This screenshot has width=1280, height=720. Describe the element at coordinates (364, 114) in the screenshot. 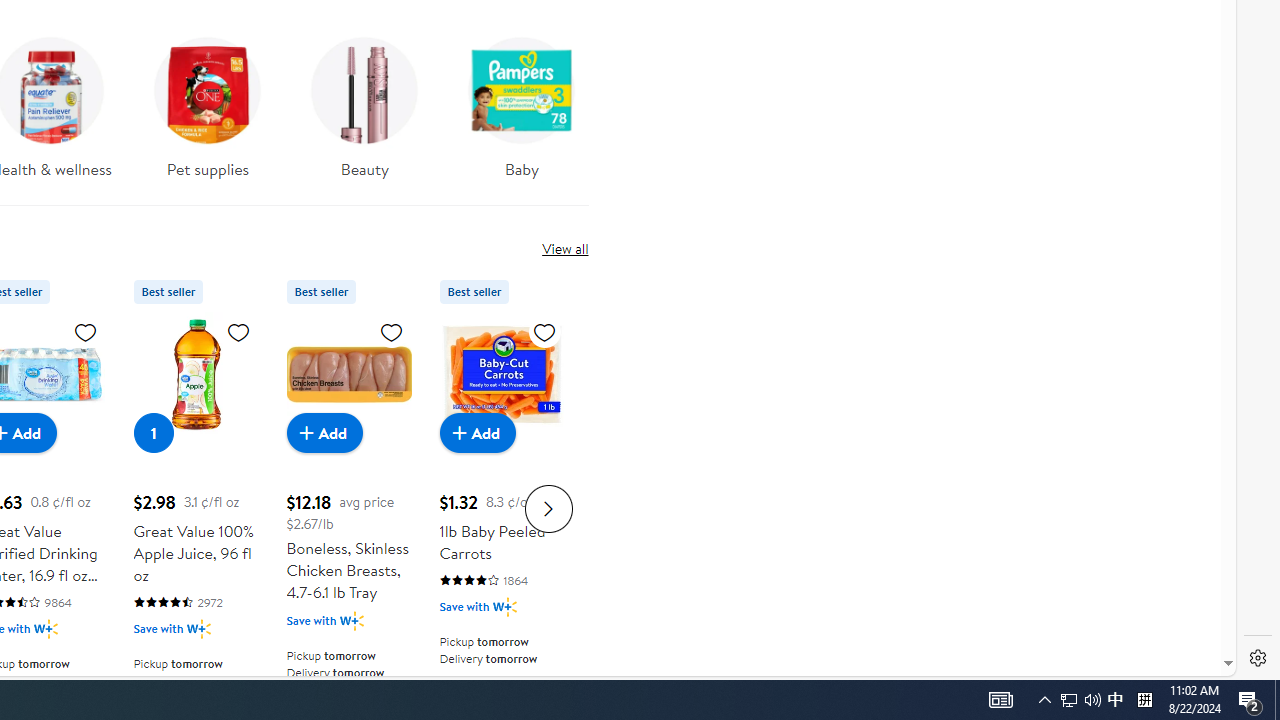

I see `'Beauty'` at that location.